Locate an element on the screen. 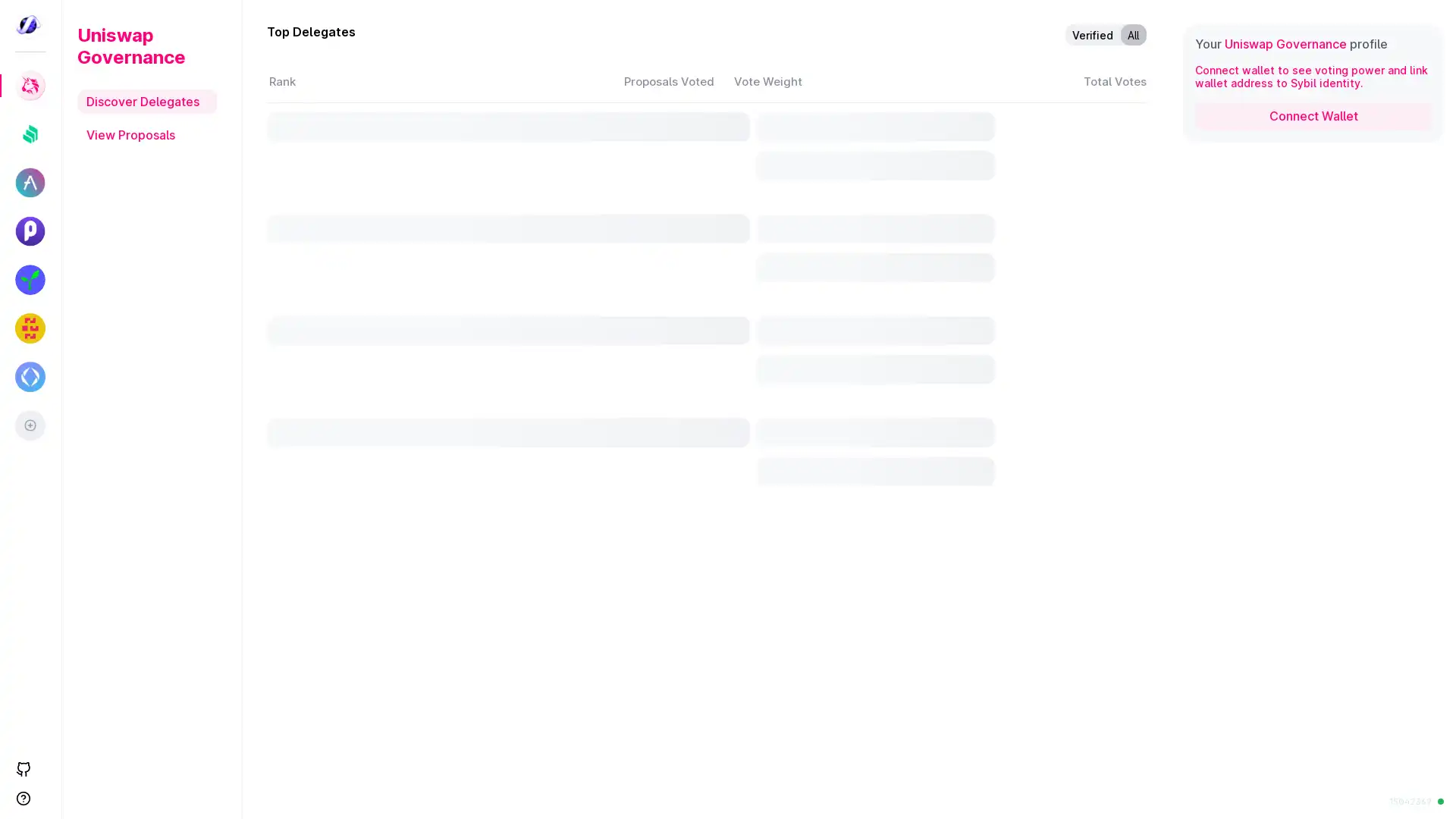  Delegate is located at coordinates (1006, 378).